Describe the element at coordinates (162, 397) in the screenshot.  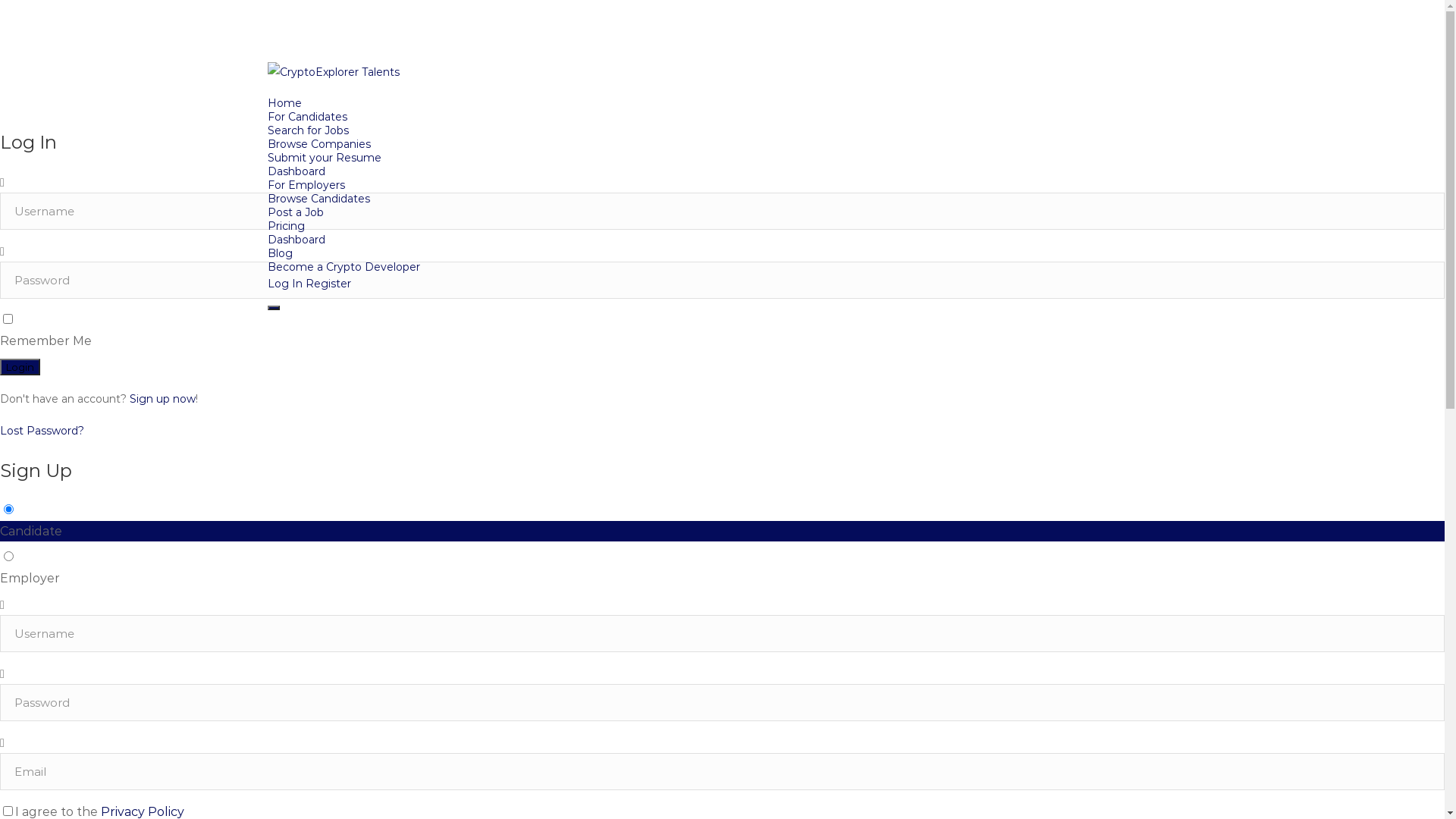
I see `'Sign up now'` at that location.